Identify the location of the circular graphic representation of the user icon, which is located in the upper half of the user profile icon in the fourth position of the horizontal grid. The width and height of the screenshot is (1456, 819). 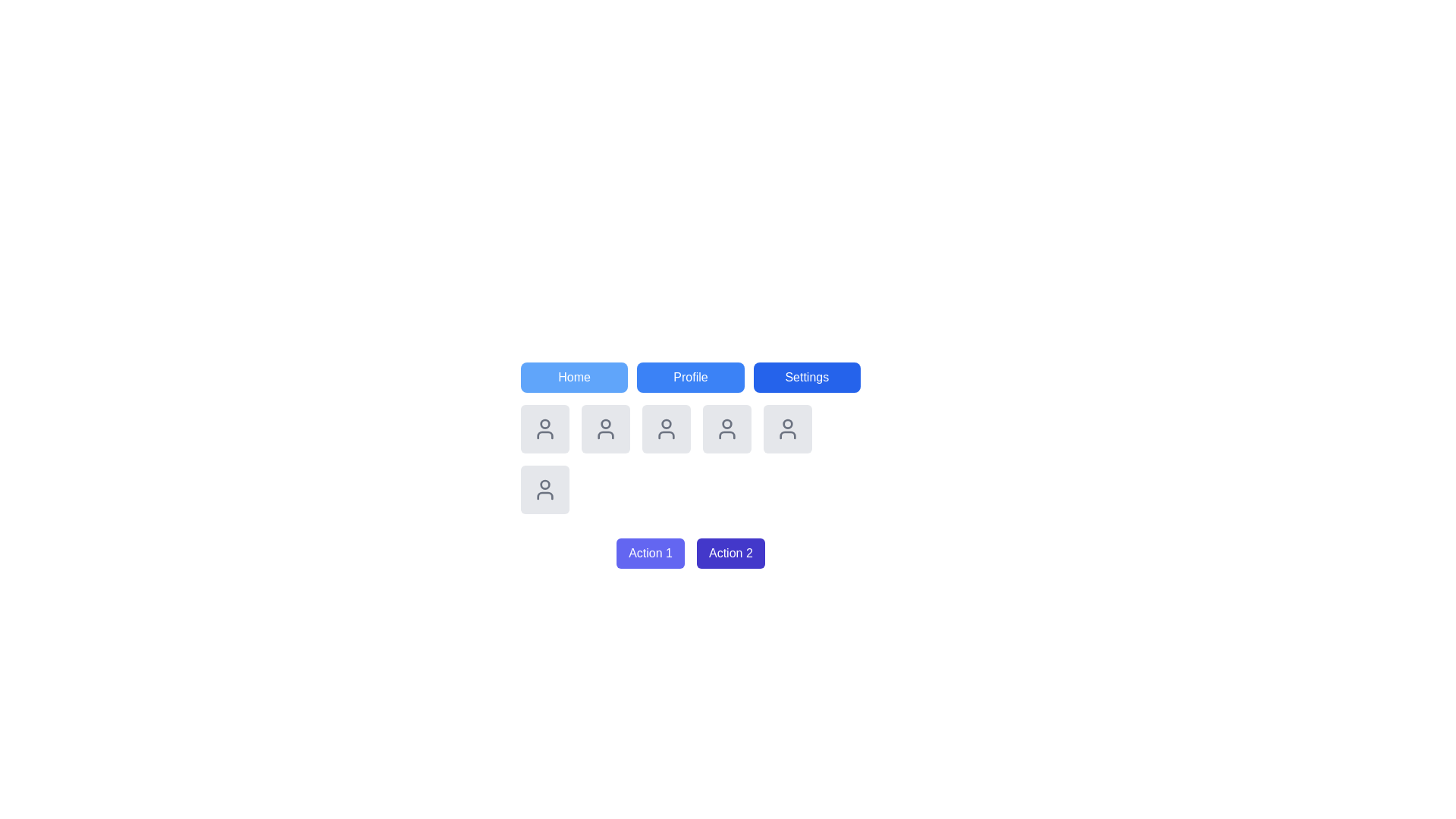
(787, 424).